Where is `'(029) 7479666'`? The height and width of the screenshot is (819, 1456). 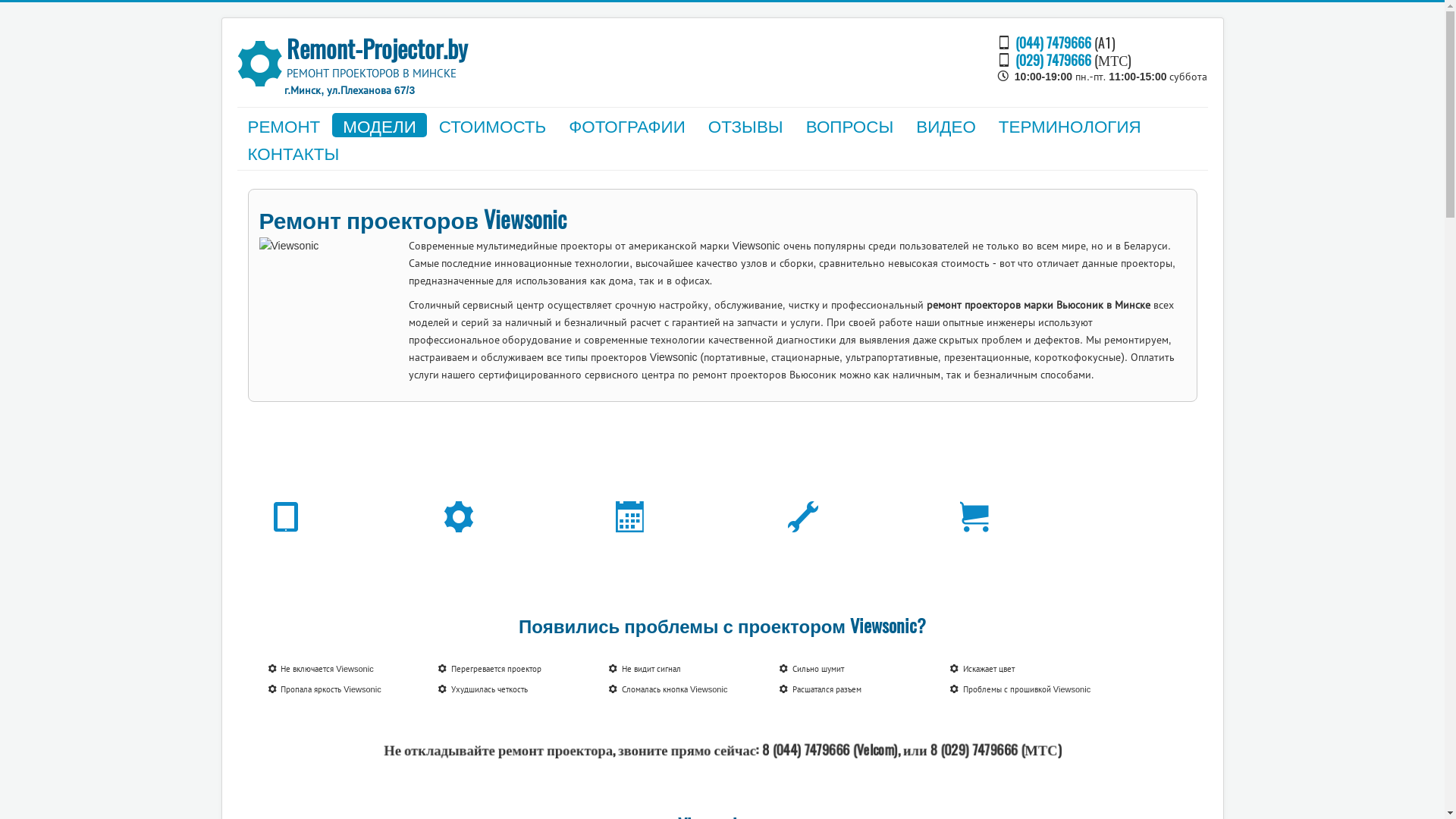
'(029) 7479666' is located at coordinates (1015, 58).